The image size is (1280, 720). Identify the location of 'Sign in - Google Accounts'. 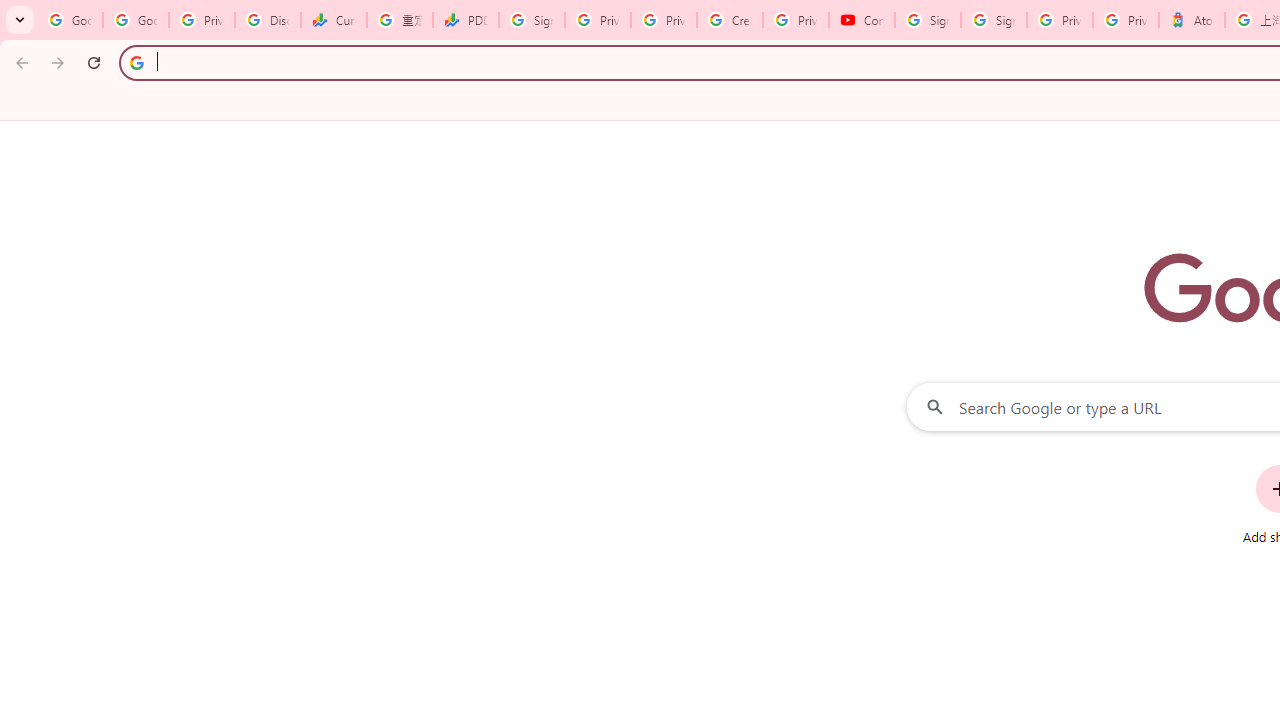
(993, 20).